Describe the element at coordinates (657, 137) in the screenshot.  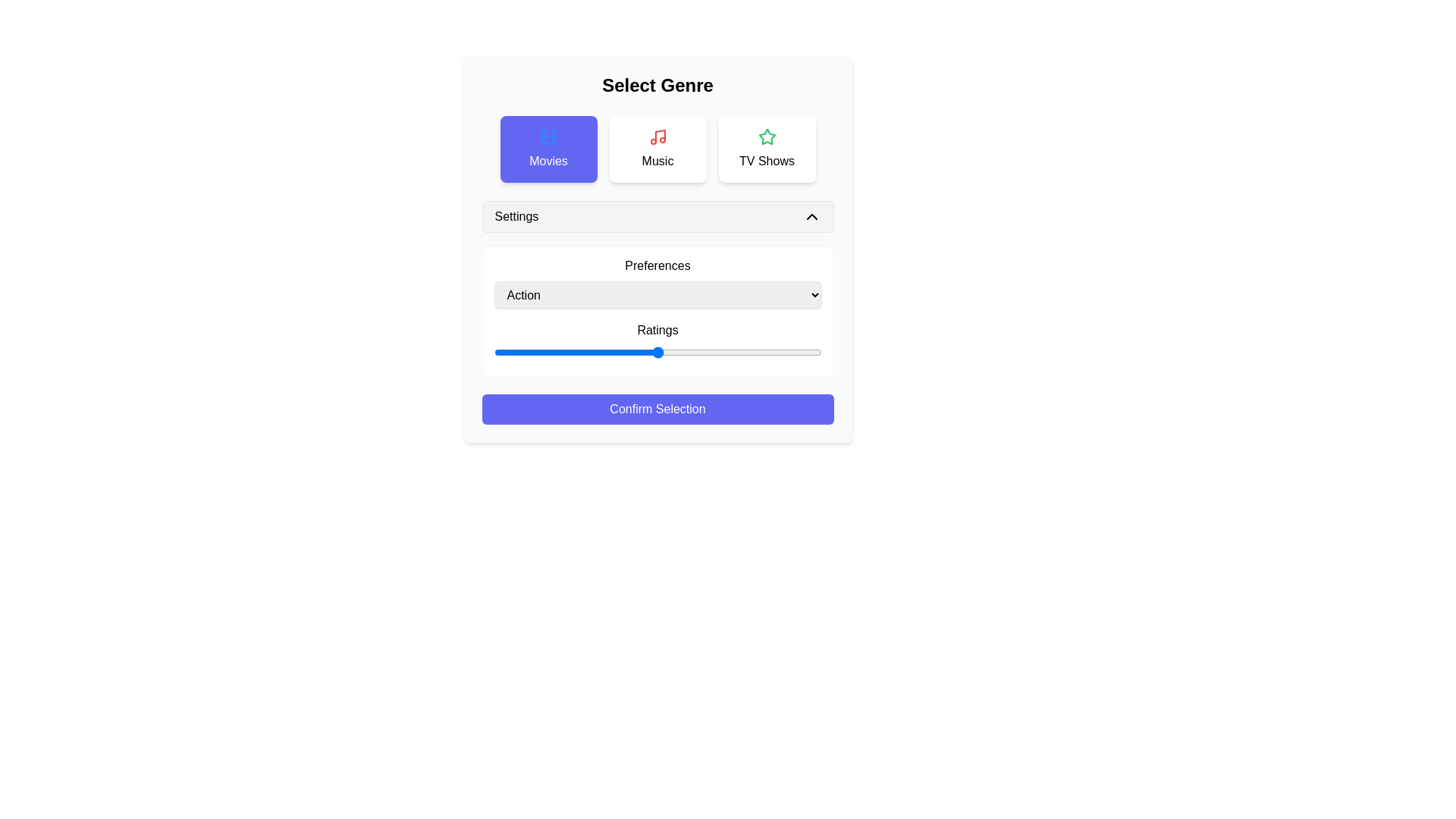
I see `the 'Music' genre selection button icon, which is positioned between the 'Movies' button on the left and the 'TV Shows' button on the right` at that location.